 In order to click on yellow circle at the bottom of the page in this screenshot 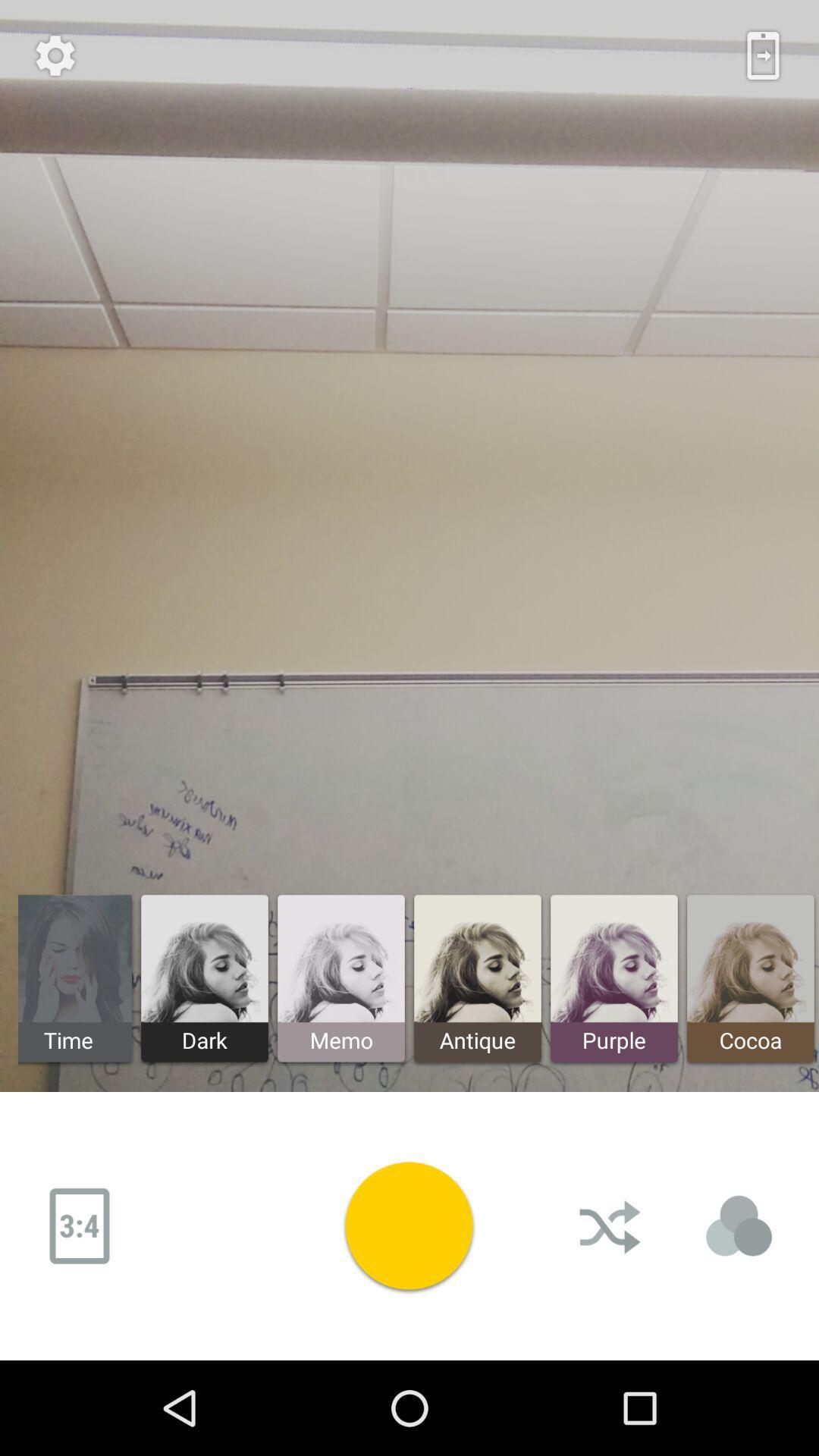, I will do `click(409, 1226)`.